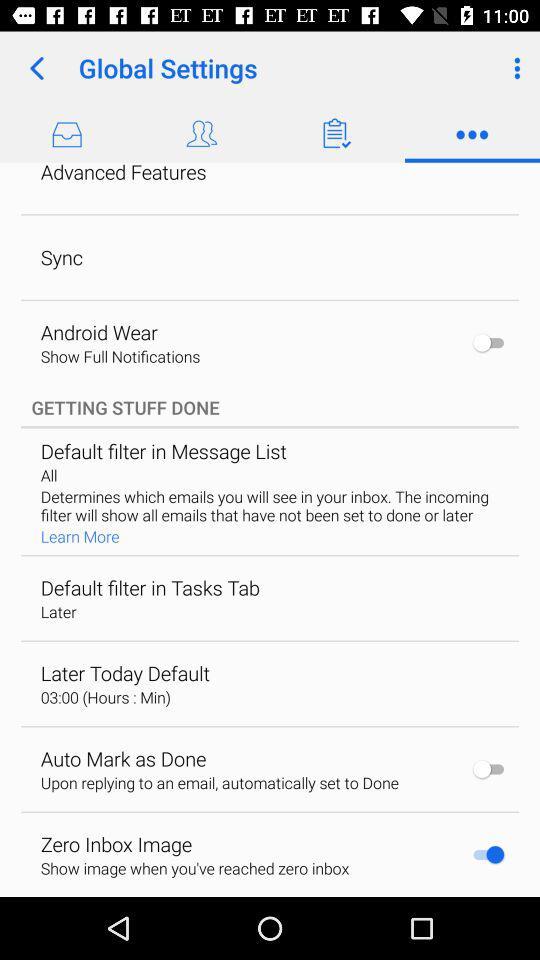 The height and width of the screenshot is (960, 540). Describe the element at coordinates (123, 757) in the screenshot. I see `auto mark as item` at that location.